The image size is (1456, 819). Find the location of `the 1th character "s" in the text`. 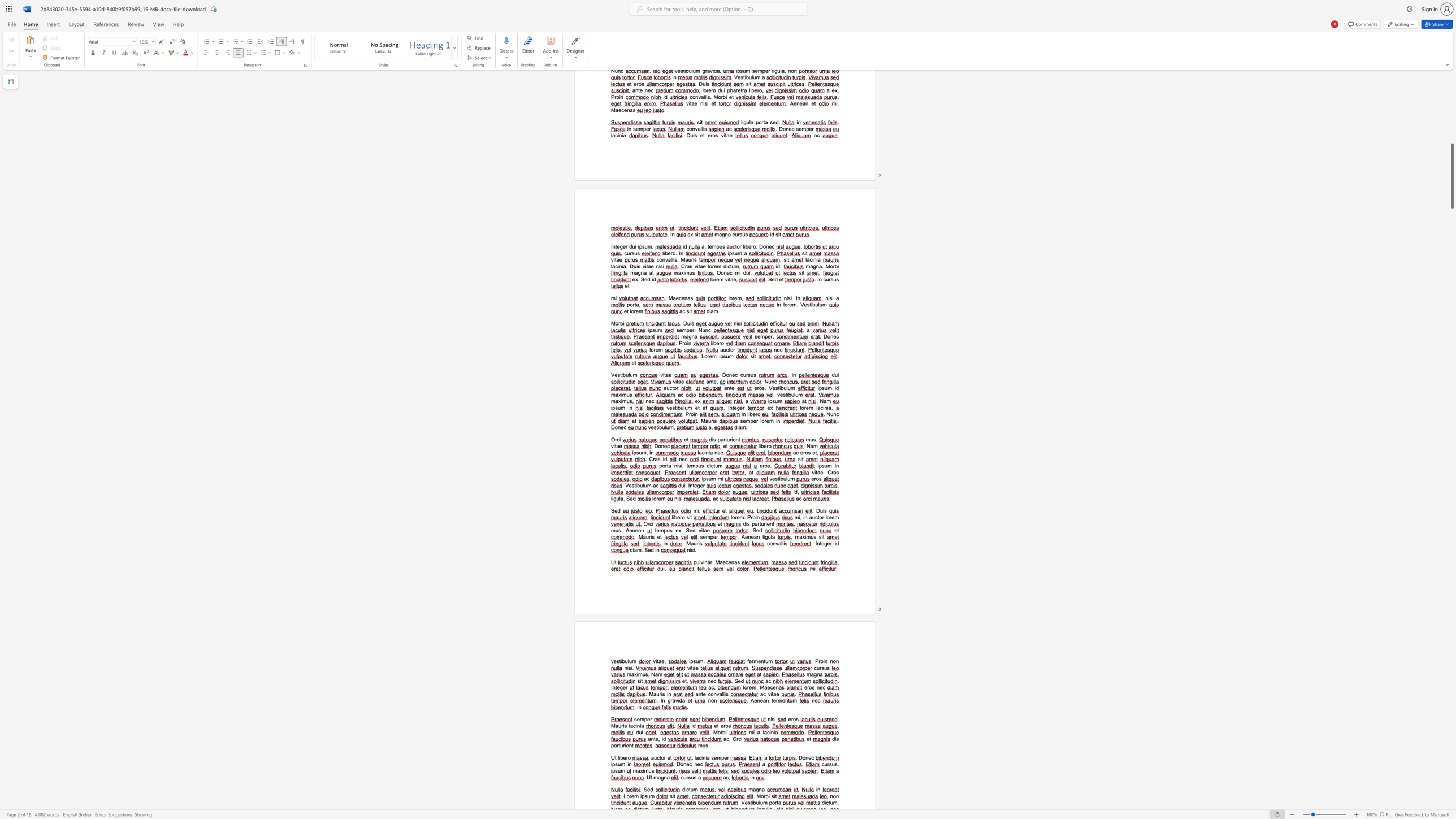

the 1th character "s" in the text is located at coordinates (707, 479).